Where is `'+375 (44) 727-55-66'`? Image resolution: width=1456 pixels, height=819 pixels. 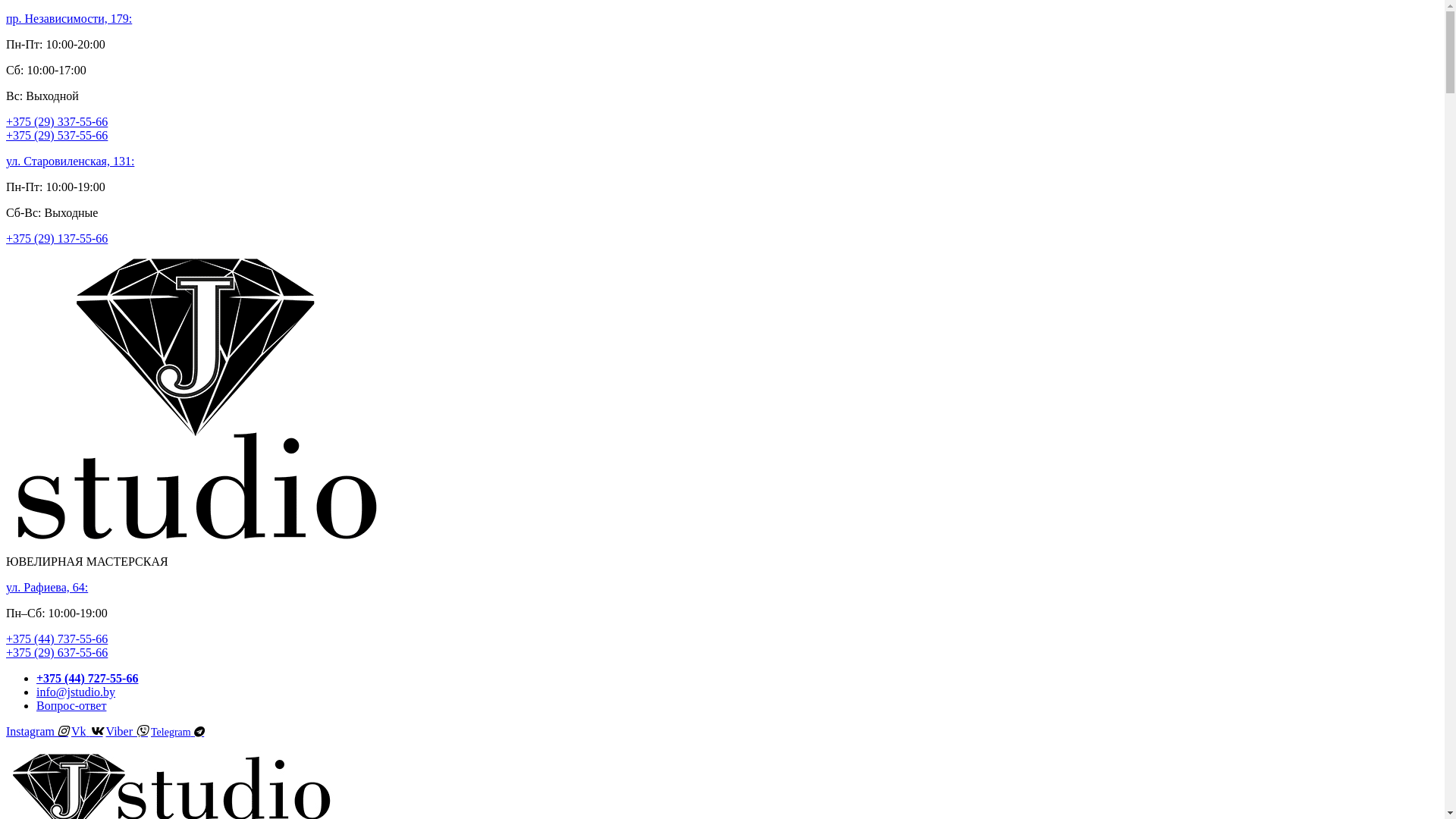 '+375 (44) 727-55-66' is located at coordinates (86, 677).